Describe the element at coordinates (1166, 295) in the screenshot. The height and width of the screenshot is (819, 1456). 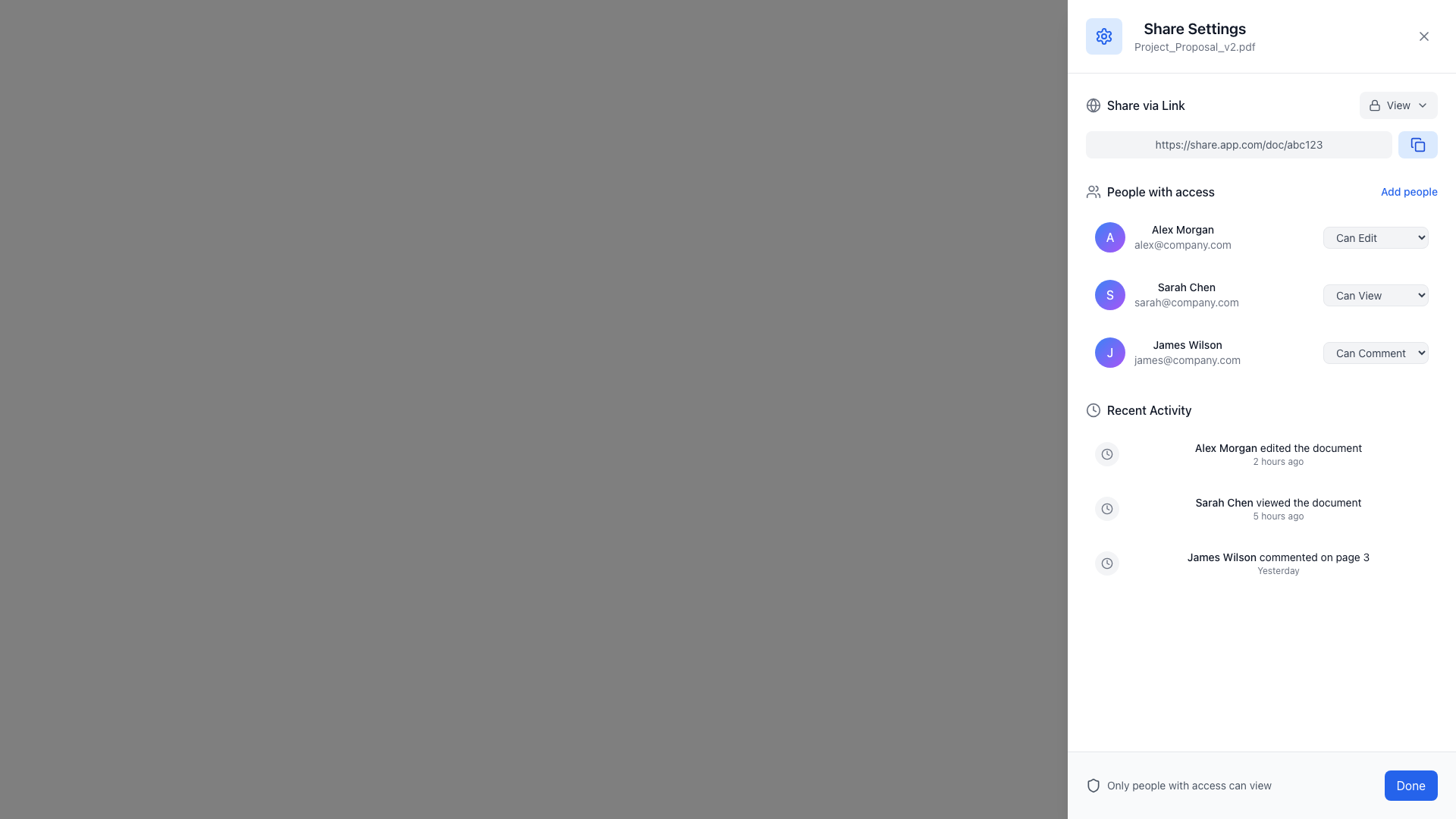
I see `to select the second entry in the 'People with access' list, which displays an individual's name, email, and associated permissions, located directly beneath 'Alex Morgan'` at that location.